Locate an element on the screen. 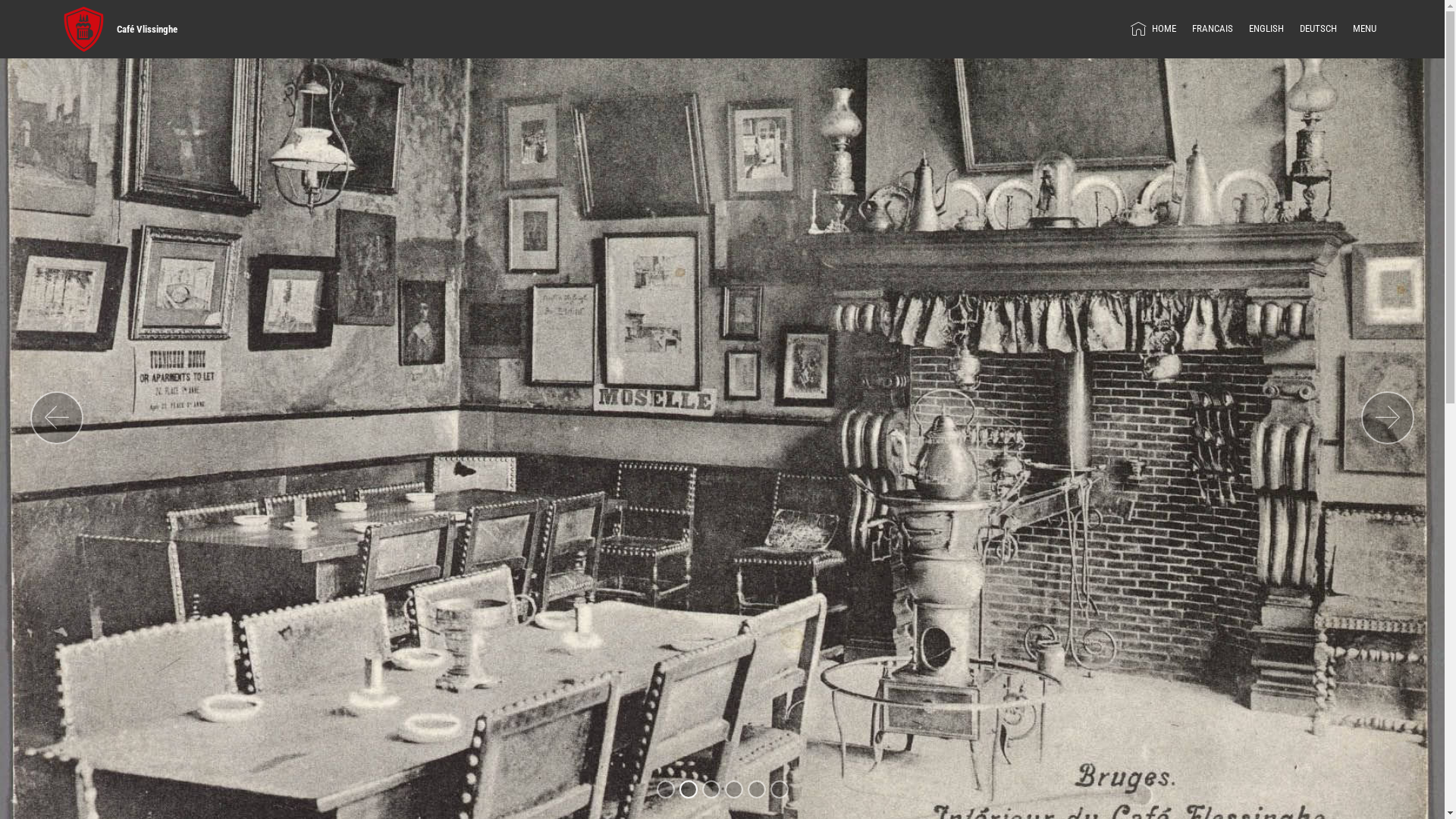 The width and height of the screenshot is (1456, 819). 'FRANCAIS' is located at coordinates (1211, 29).